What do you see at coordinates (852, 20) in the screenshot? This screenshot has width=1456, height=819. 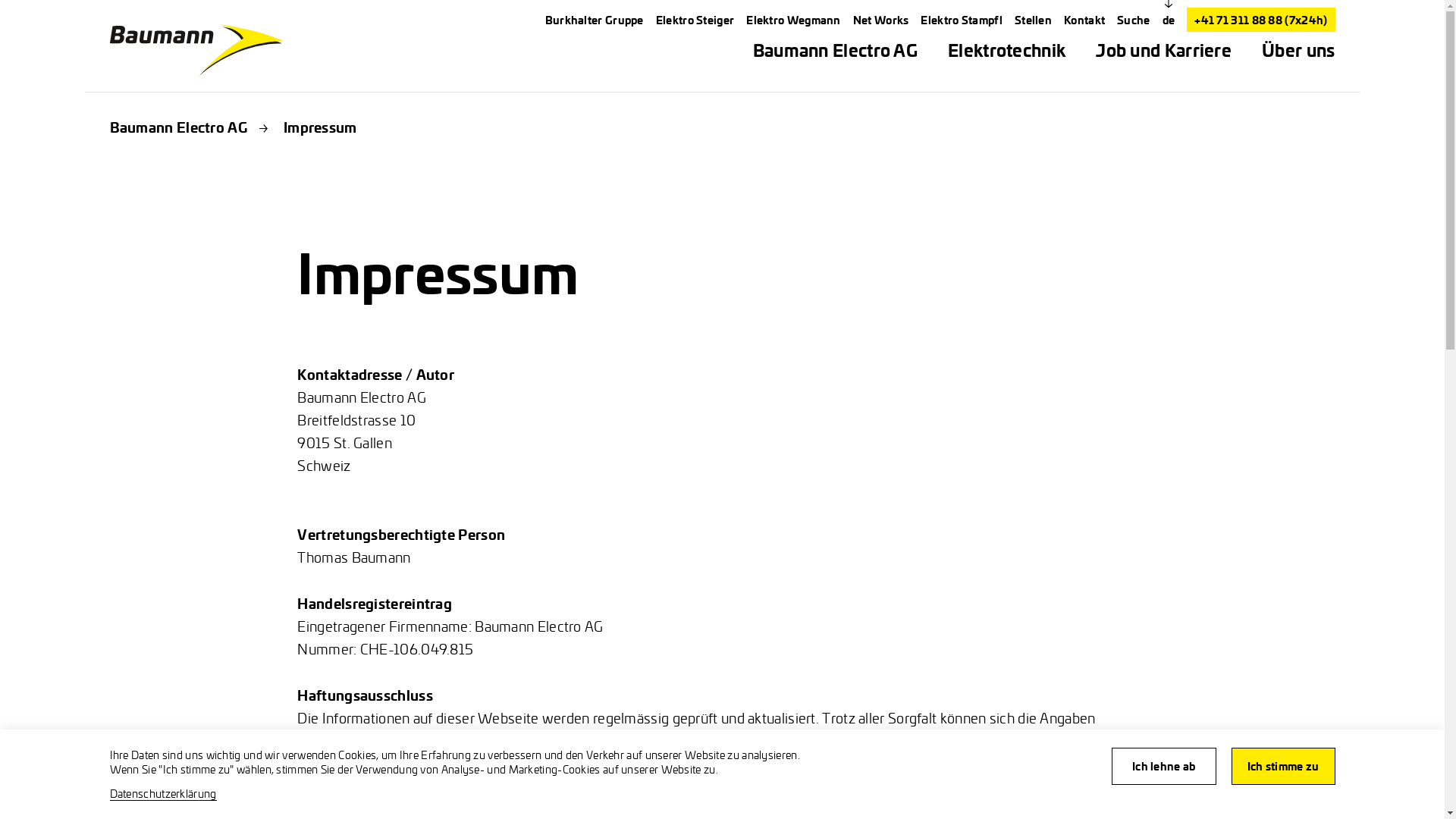 I see `'Net Works'` at bounding box center [852, 20].